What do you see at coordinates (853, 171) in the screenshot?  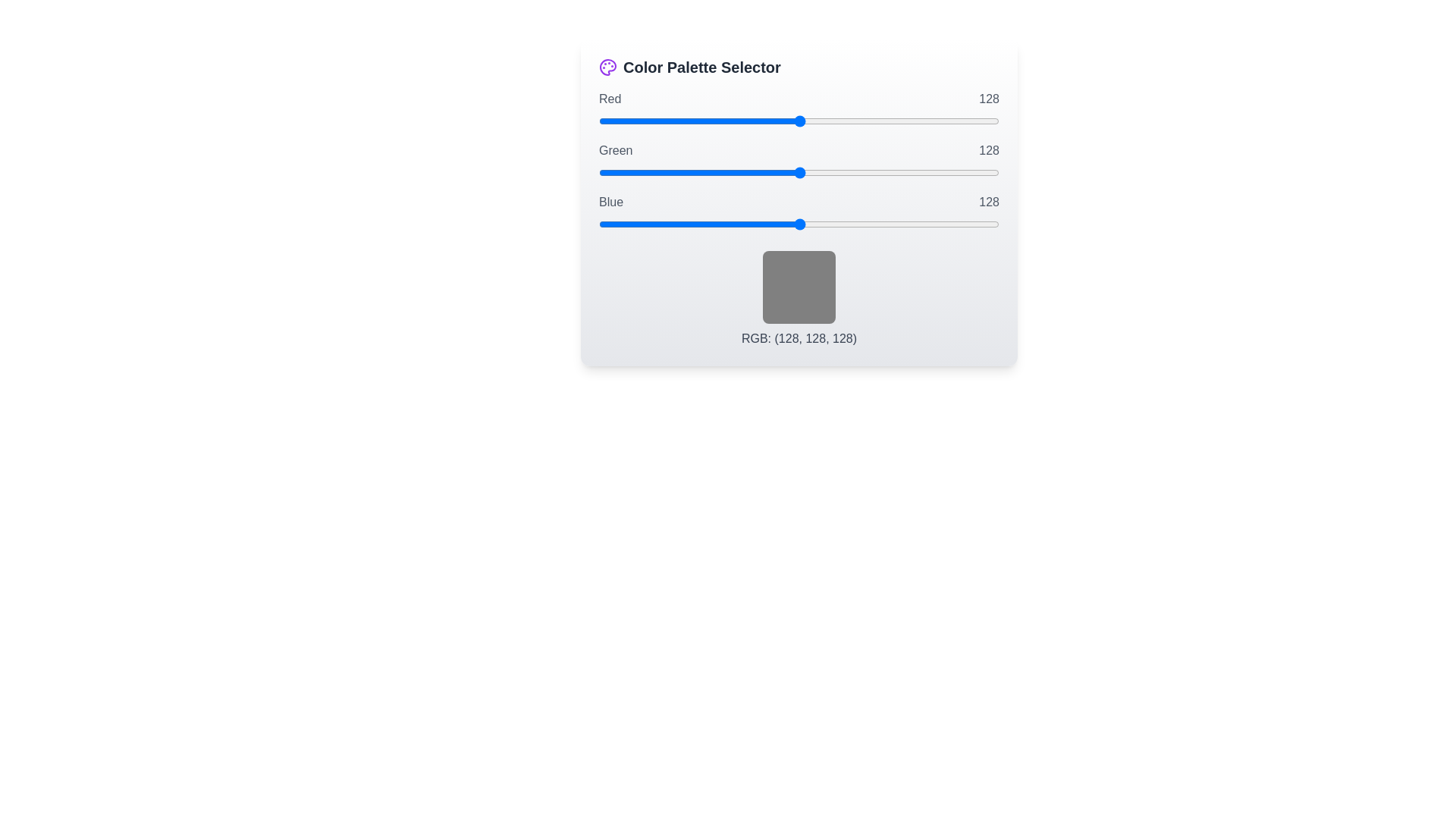 I see `the green slider to set its value to 162` at bounding box center [853, 171].